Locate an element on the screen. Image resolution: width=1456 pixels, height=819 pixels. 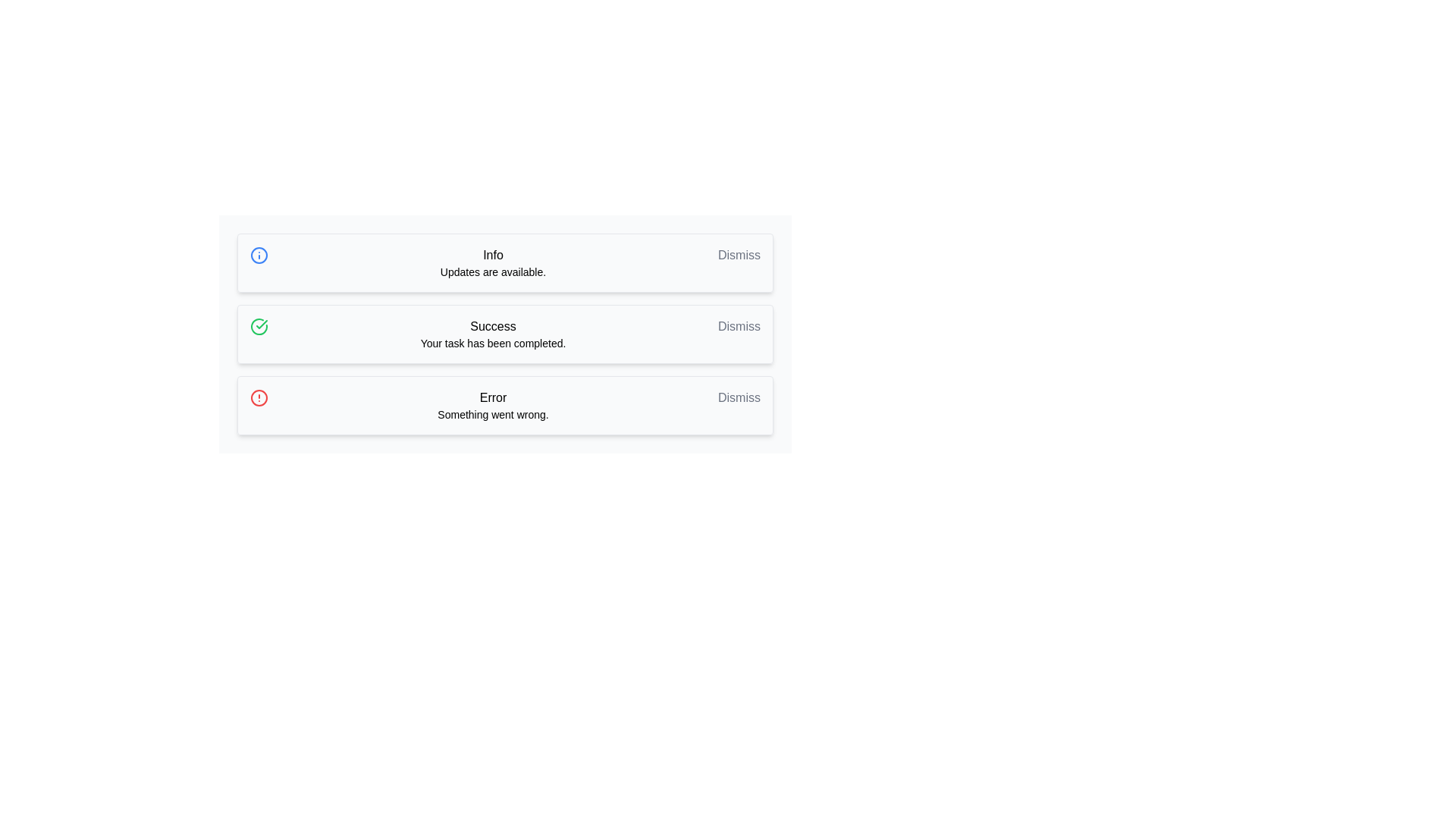
text label component displaying 'Error', which is centrally aligned and signifies an alert, located above the descriptive message 'Something went wrong.' is located at coordinates (493, 397).